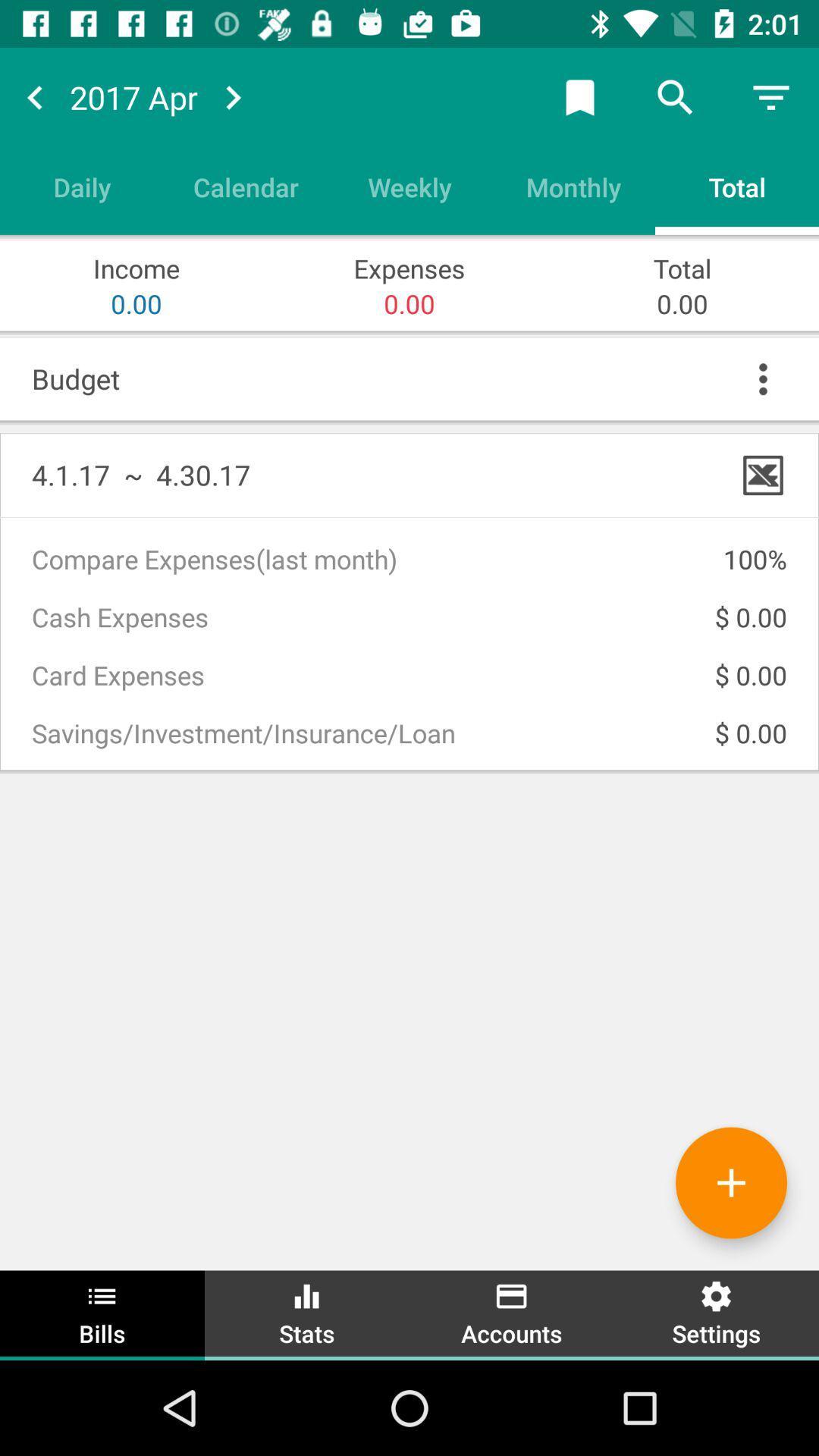 The width and height of the screenshot is (819, 1456). I want to click on the bookmark icon, so click(579, 96).